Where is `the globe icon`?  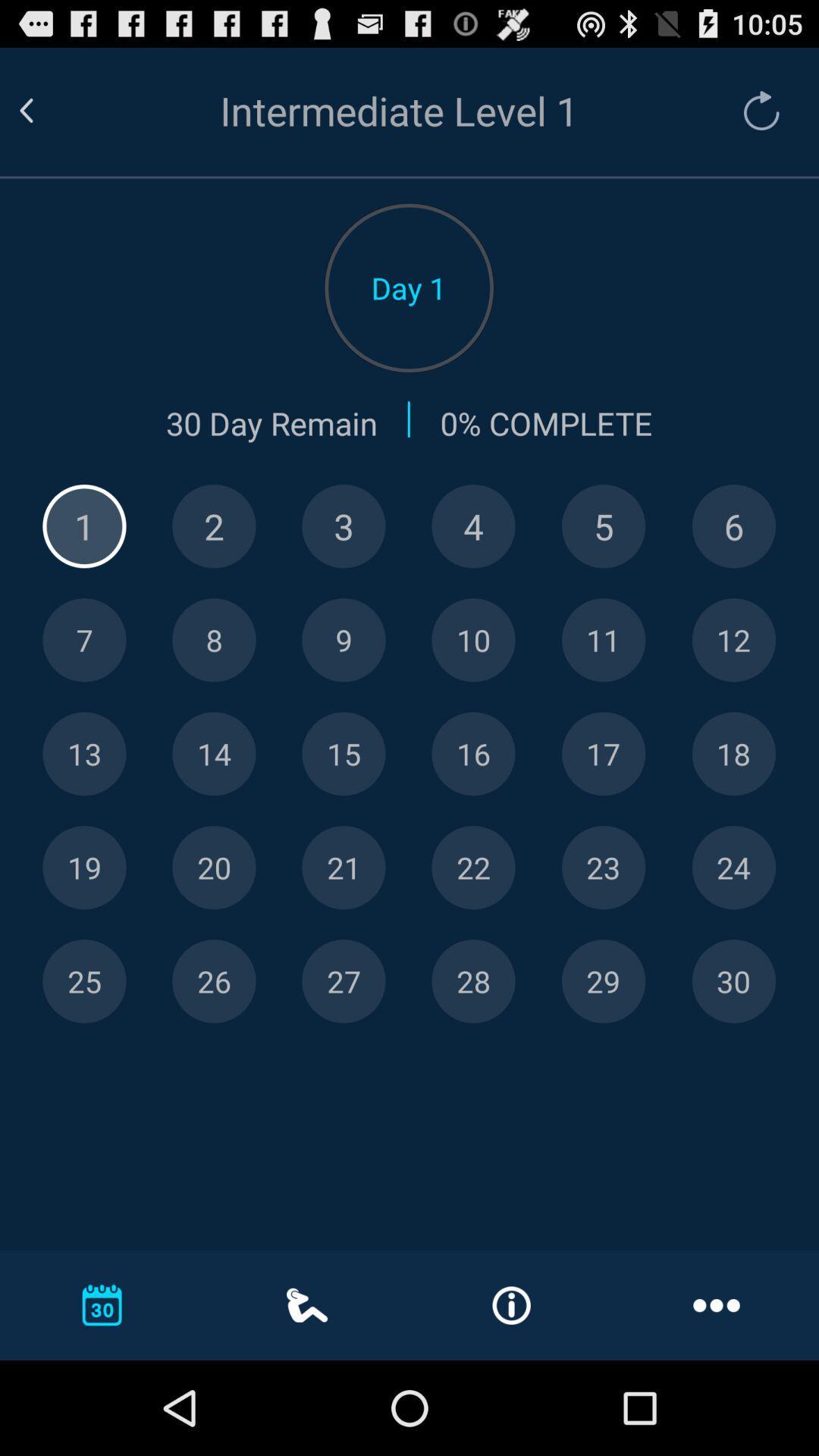 the globe icon is located at coordinates (733, 562).